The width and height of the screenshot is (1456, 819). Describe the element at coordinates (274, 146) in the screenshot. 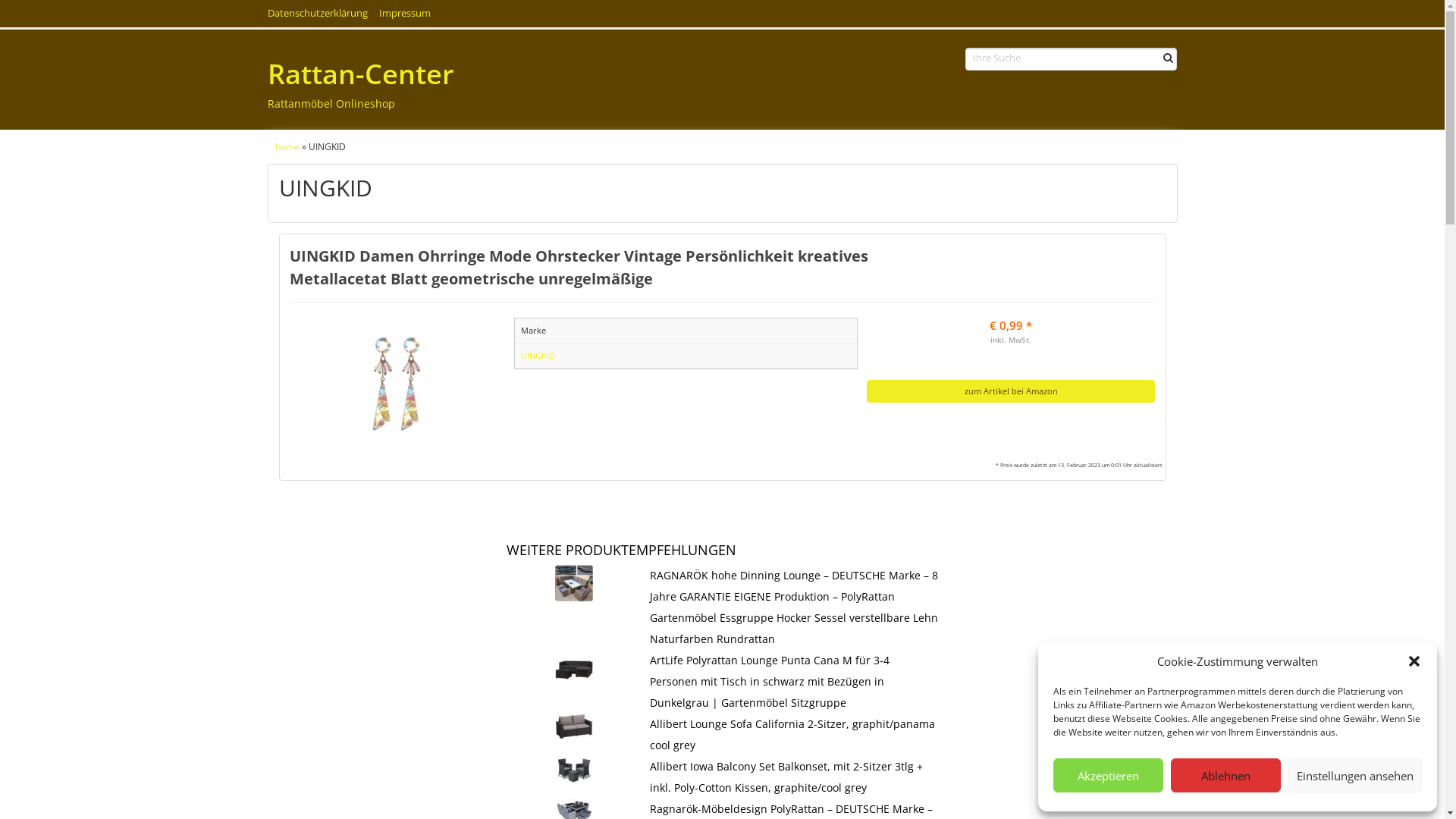

I see `'home'` at that location.